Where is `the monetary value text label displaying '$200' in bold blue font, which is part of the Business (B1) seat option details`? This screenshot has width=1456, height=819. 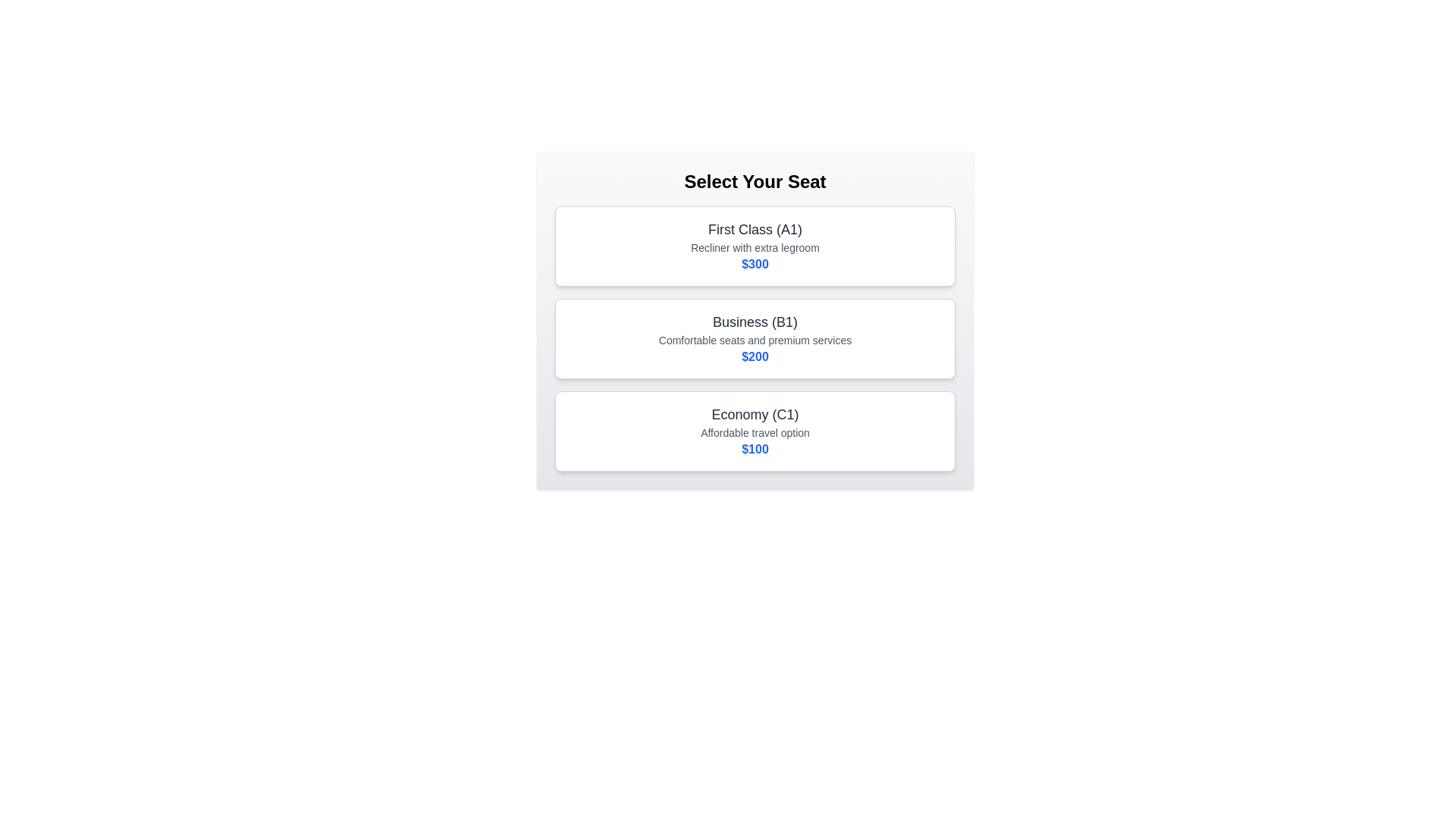 the monetary value text label displaying '$200' in bold blue font, which is part of the Business (B1) seat option details is located at coordinates (755, 356).